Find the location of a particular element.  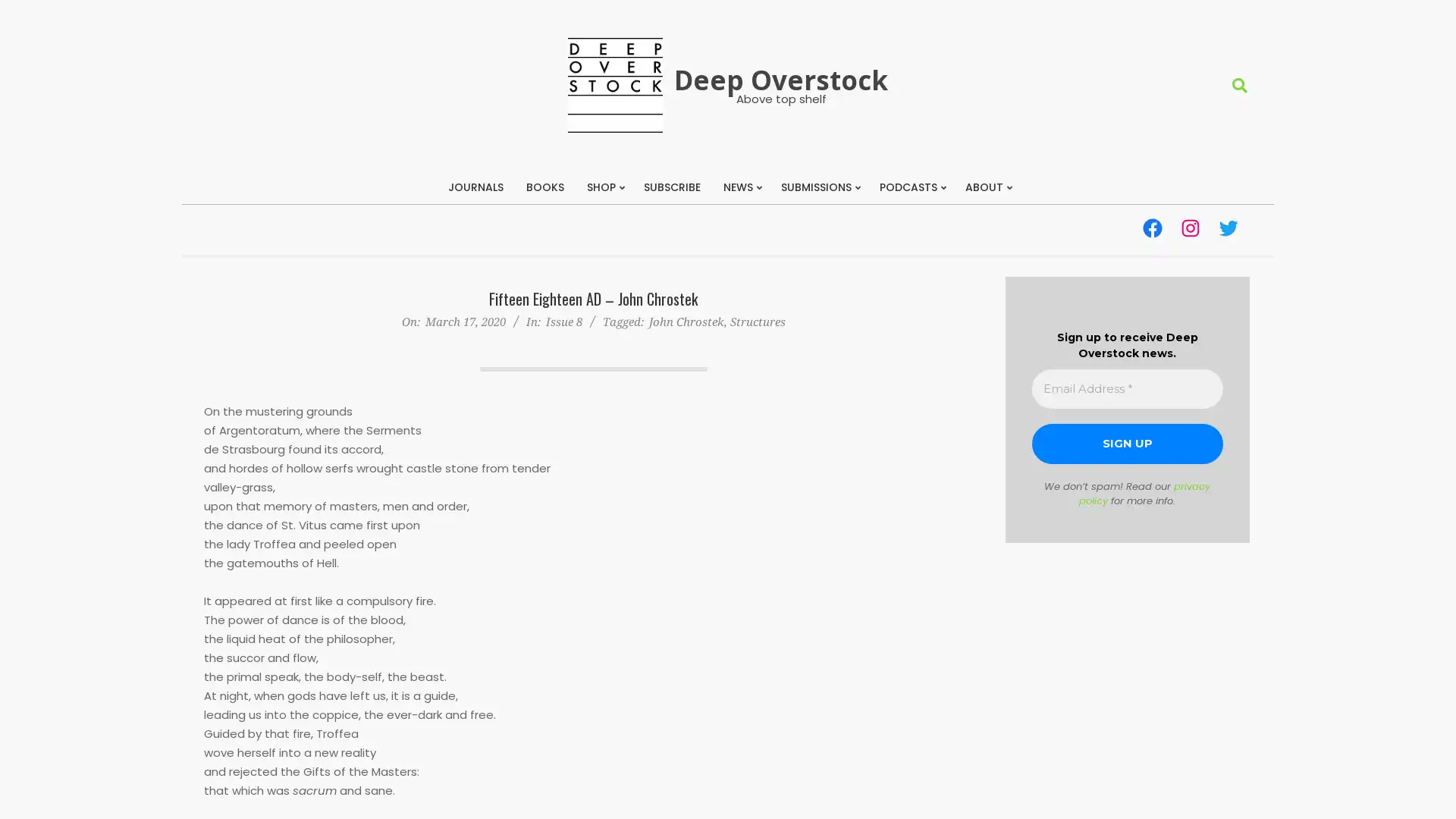

Sign up is located at coordinates (1127, 444).